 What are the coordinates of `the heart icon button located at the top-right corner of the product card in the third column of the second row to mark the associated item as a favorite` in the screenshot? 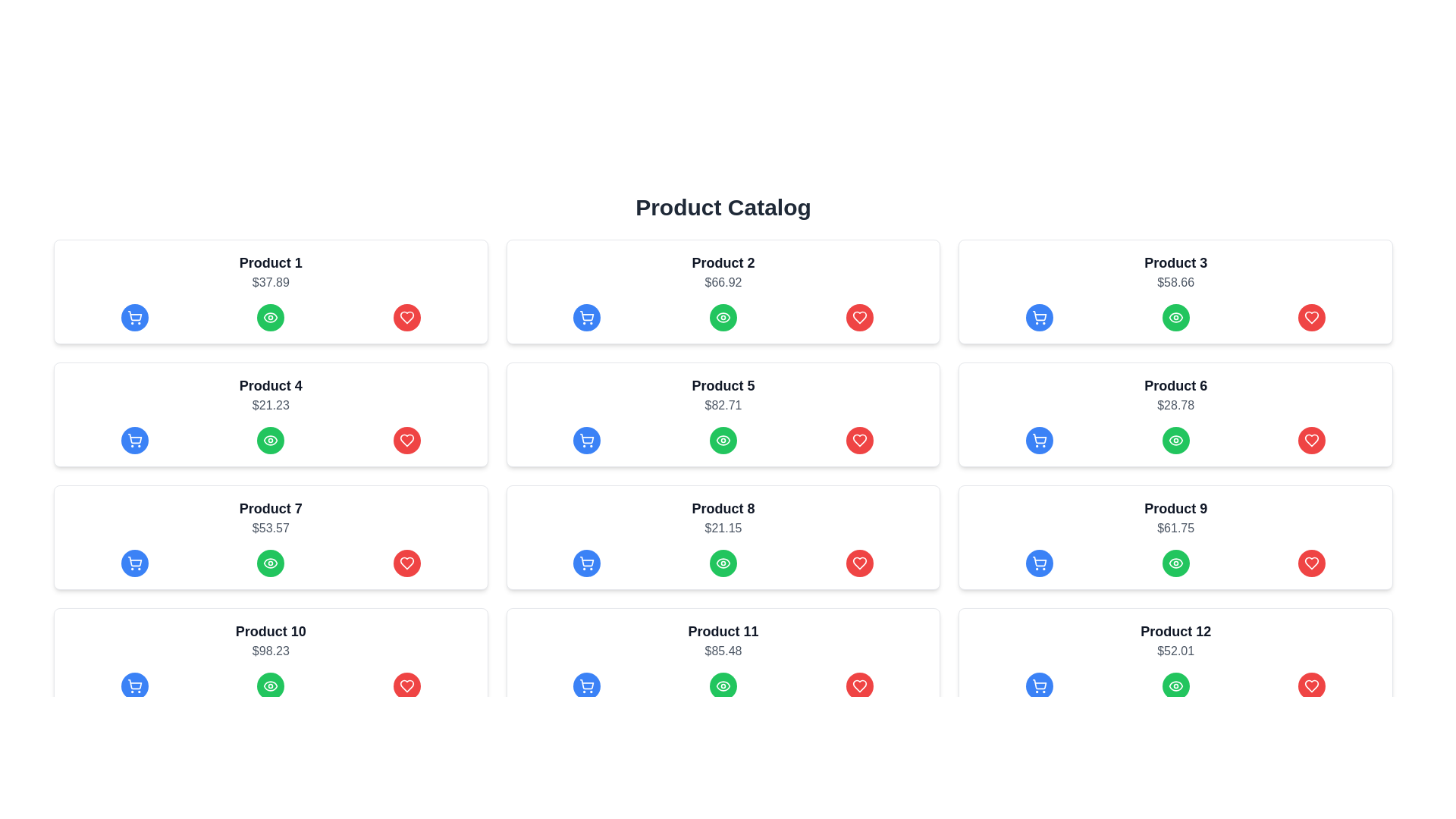 It's located at (1311, 441).